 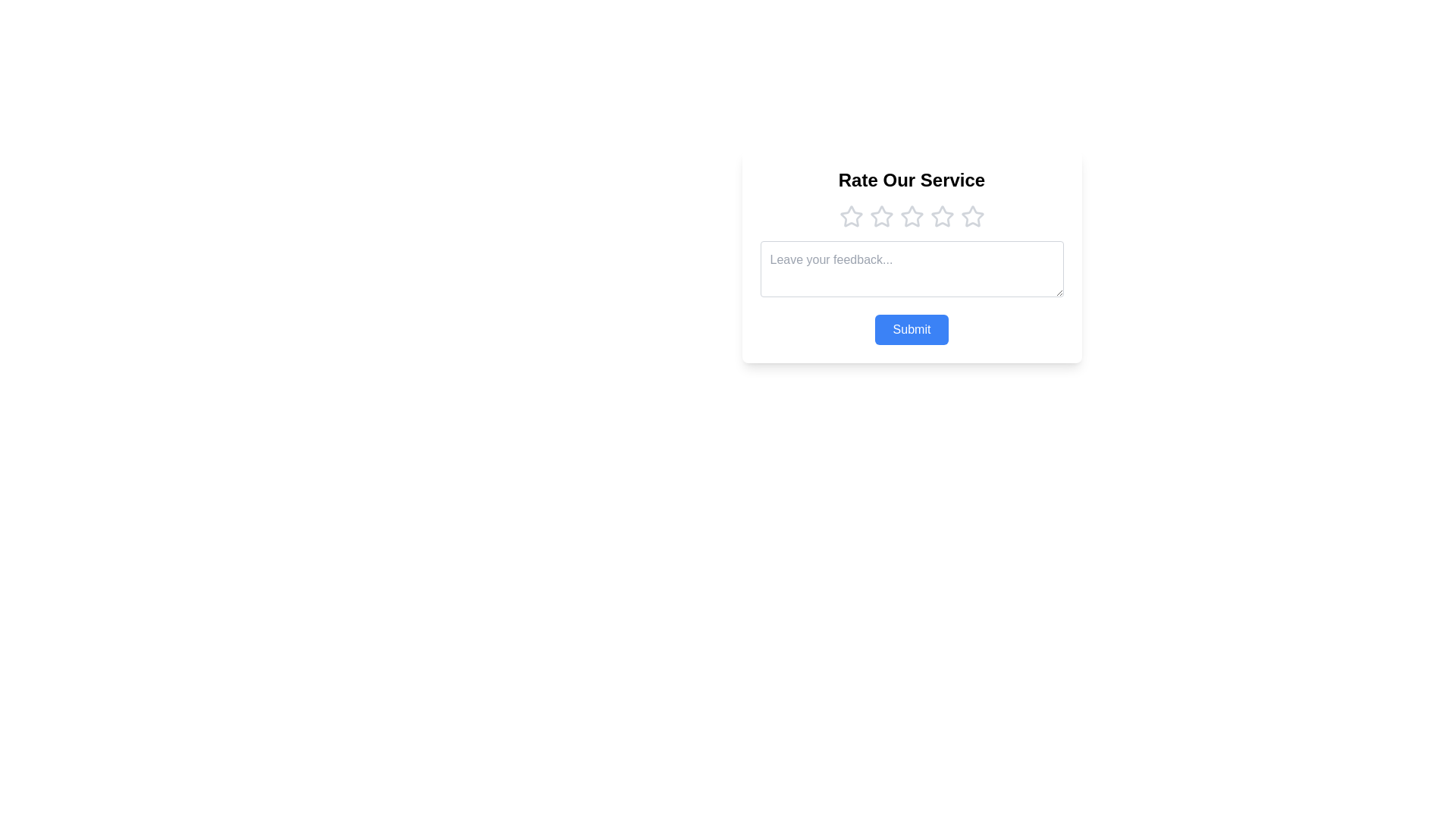 I want to click on on the first star rating icon in the 5-star rating system, so click(x=851, y=216).